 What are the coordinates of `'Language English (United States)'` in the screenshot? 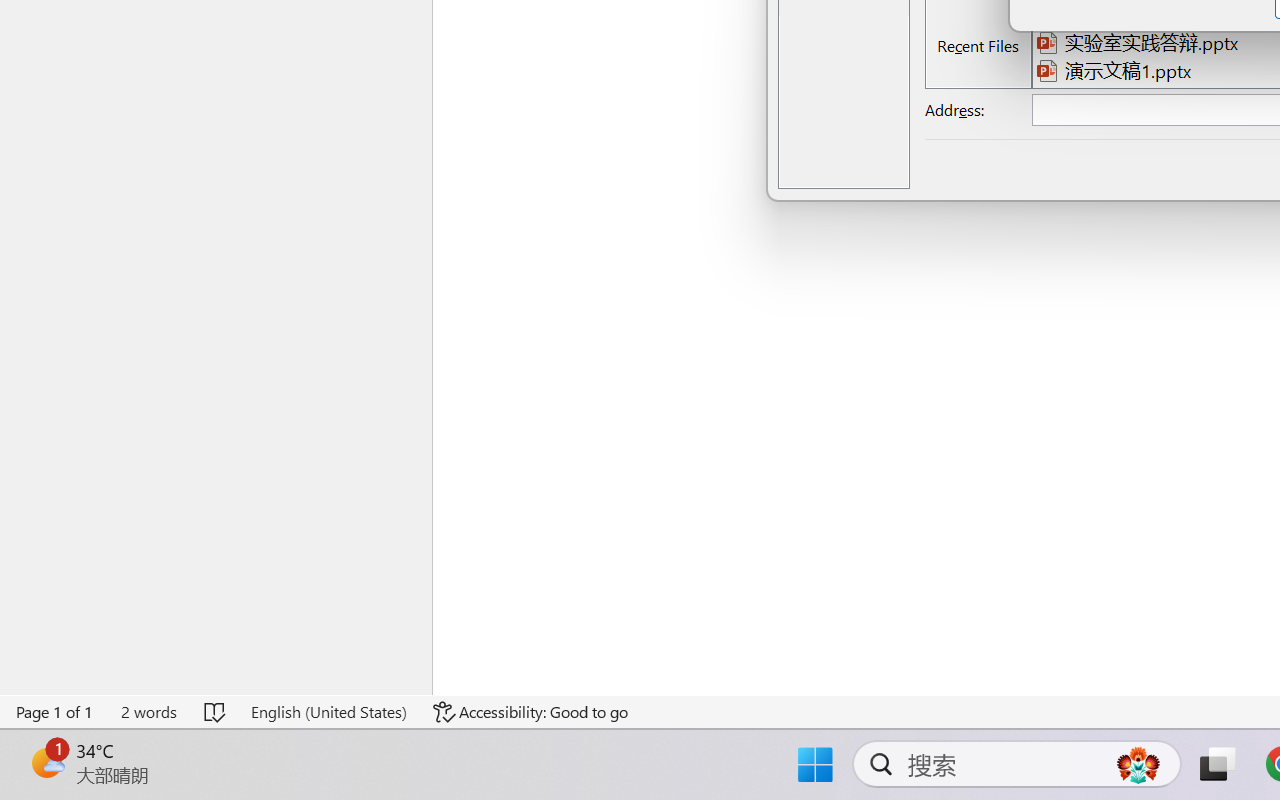 It's located at (328, 711).